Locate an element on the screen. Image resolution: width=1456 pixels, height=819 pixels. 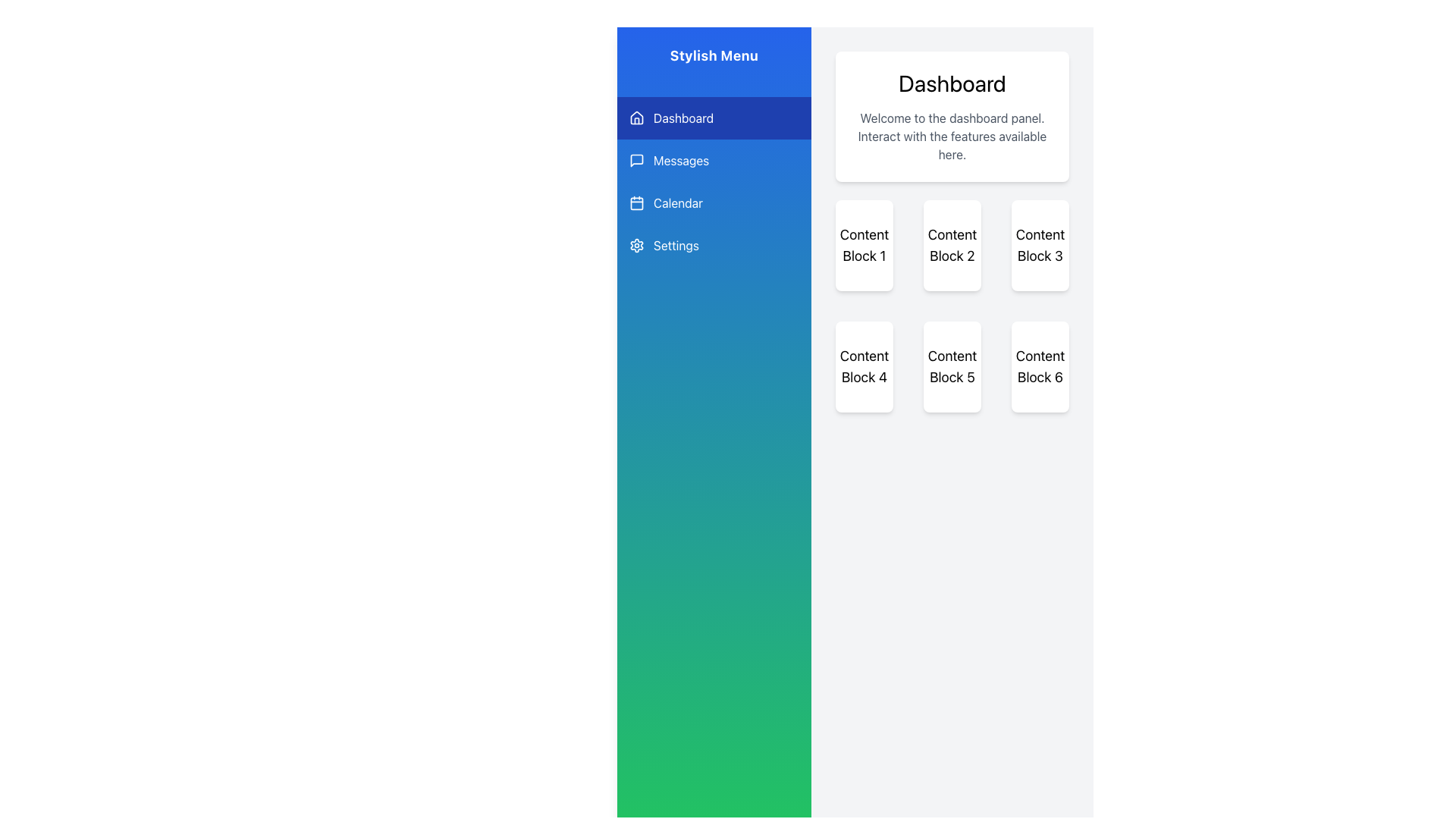
the calendar icon located in the left sidebar menu, which is the first icon beneath 'Messages' and above 'Settings' is located at coordinates (637, 202).